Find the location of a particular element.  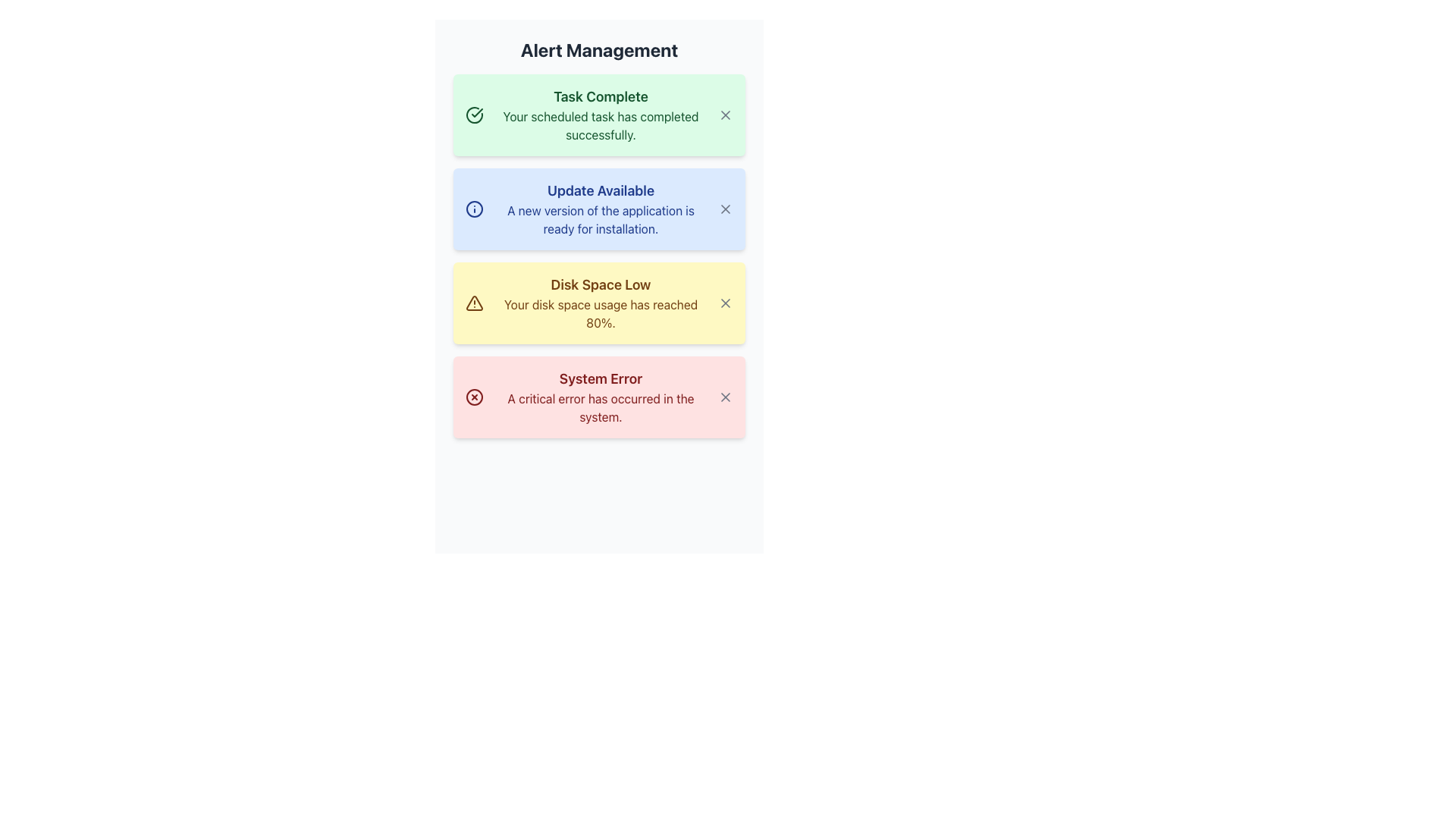

the dismiss button located at the top-right corner of the yellow alert box labeled 'Disk Space Low' is located at coordinates (724, 303).